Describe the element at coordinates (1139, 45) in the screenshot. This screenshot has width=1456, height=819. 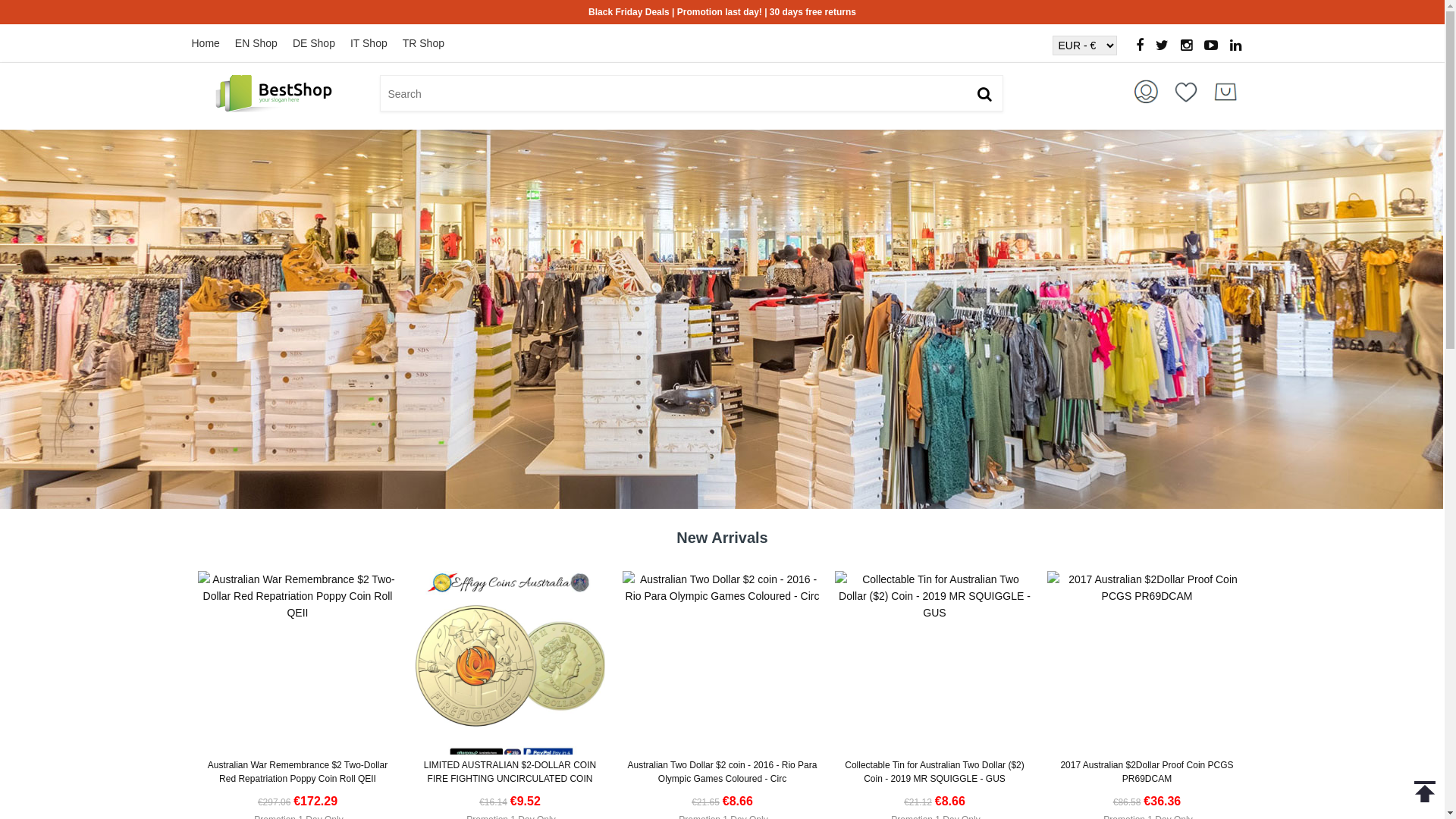
I see `'facebook'` at that location.